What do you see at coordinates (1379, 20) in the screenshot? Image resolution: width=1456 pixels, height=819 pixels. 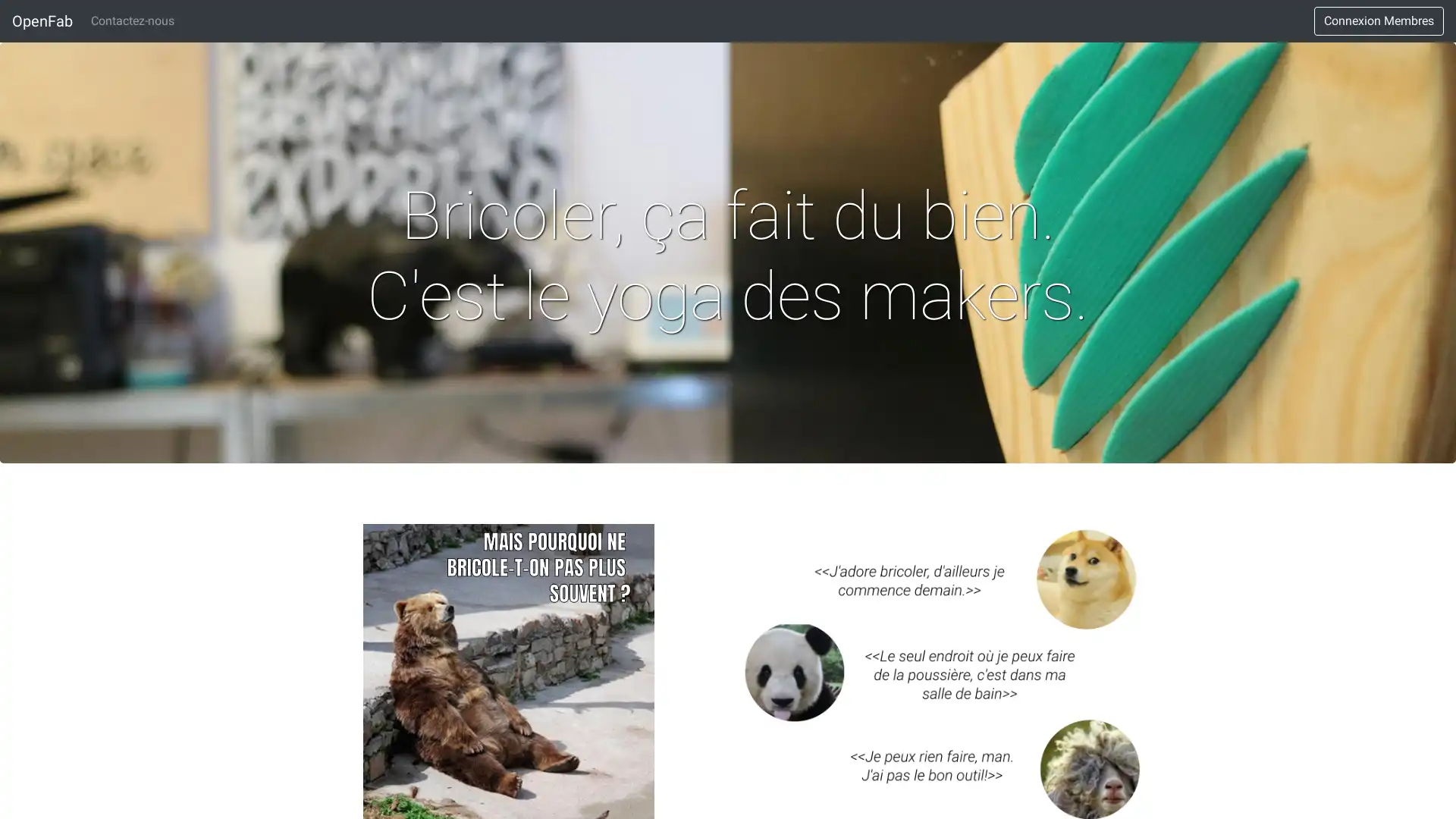 I see `Connexion Membres` at bounding box center [1379, 20].